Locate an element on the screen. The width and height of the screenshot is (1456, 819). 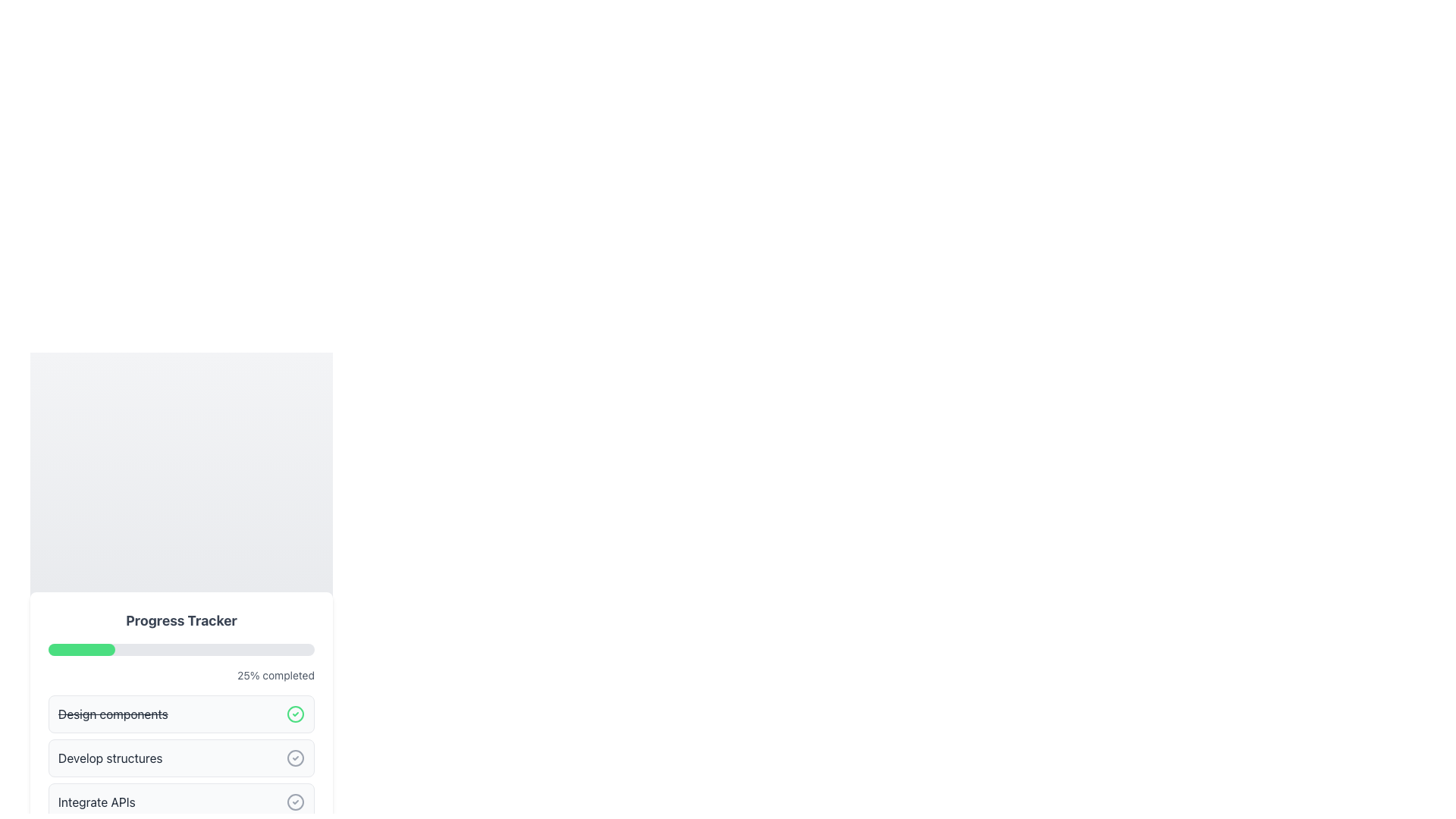
the progress visually by checking the progress bar located below the title 'Progress Tracker' and above the text '25% completed' is located at coordinates (181, 648).